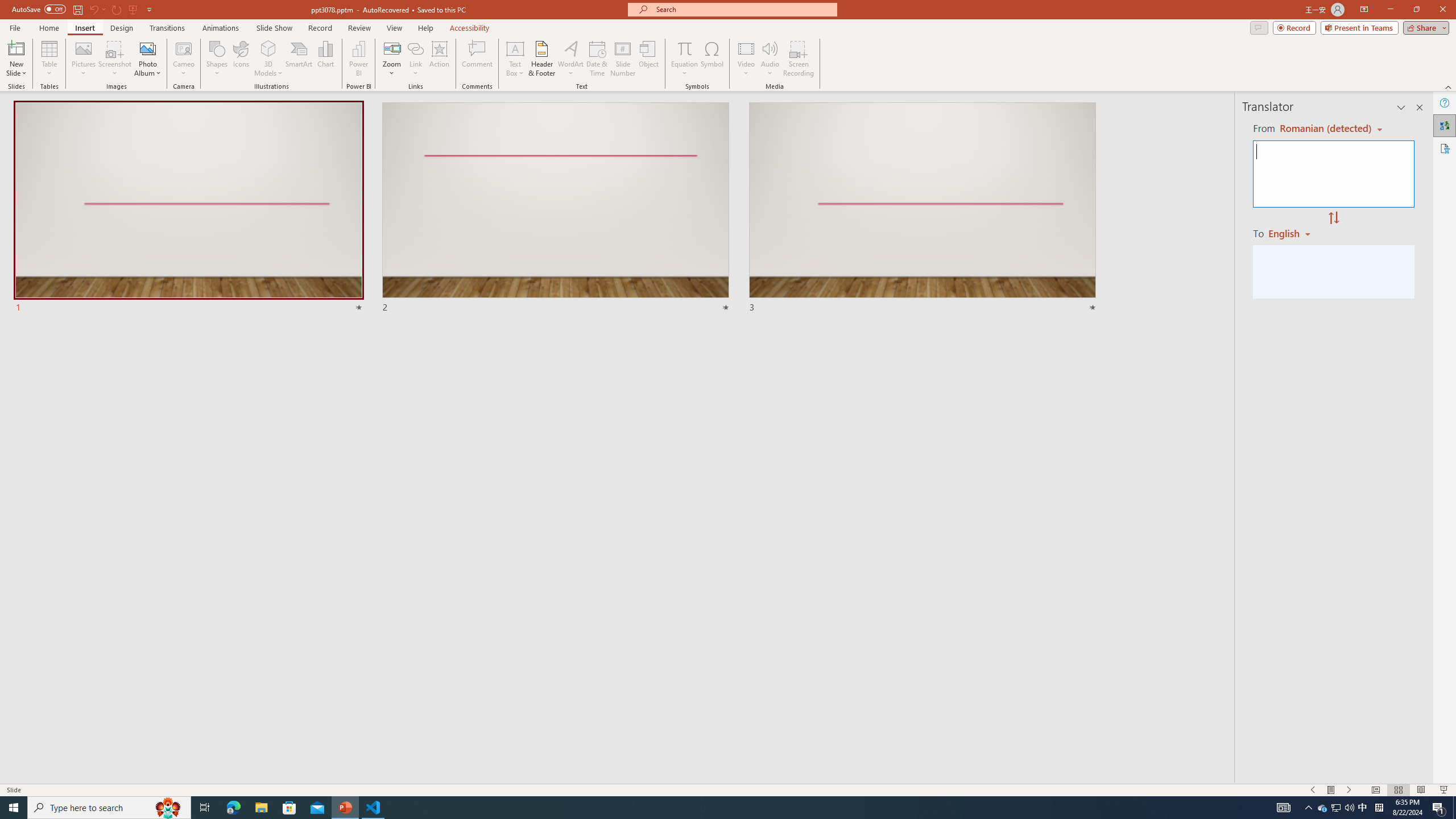 Image resolution: width=1456 pixels, height=819 pixels. I want to click on 'Symbol...', so click(712, 59).